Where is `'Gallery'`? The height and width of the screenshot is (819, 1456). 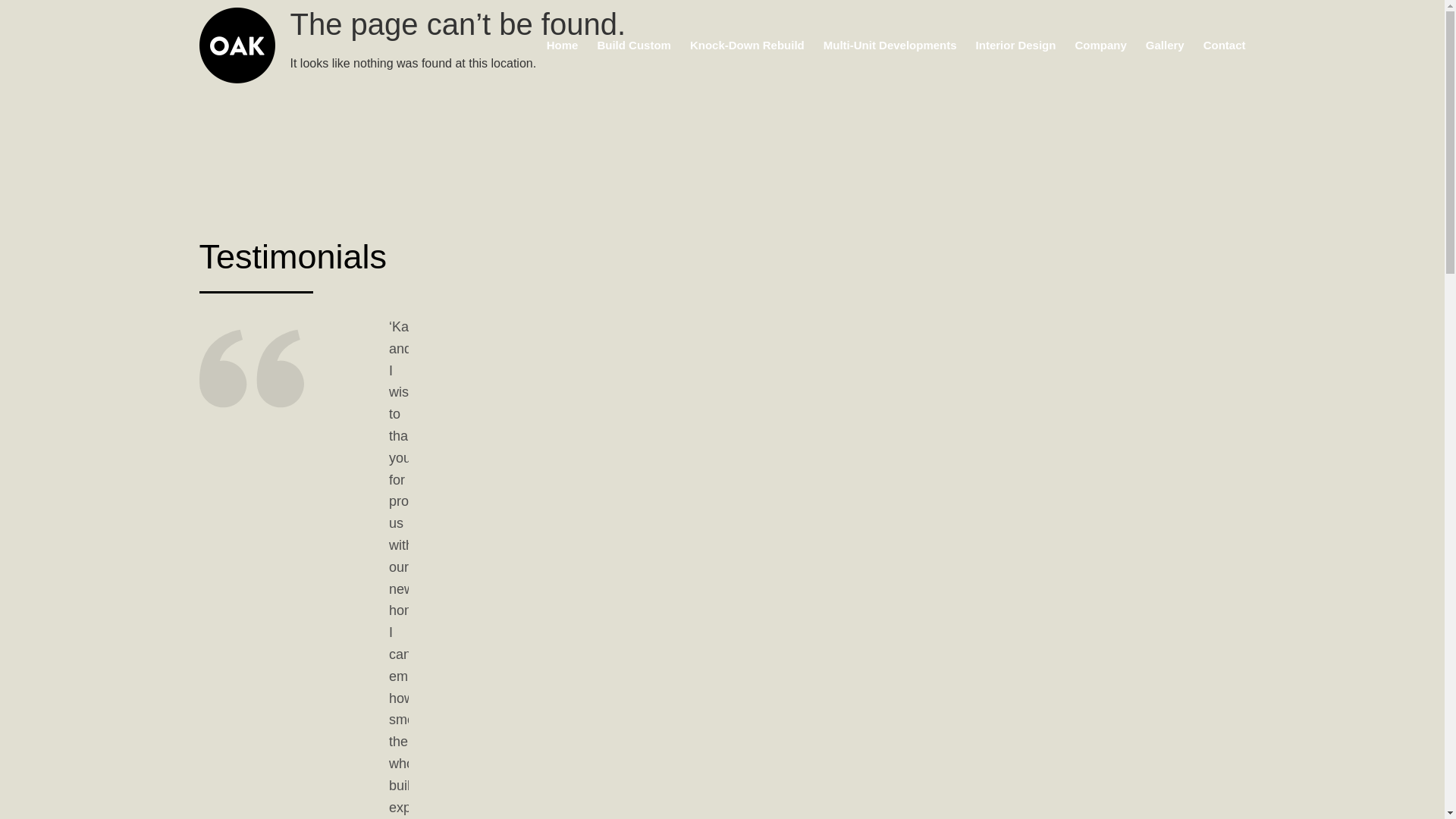
'Gallery' is located at coordinates (1164, 45).